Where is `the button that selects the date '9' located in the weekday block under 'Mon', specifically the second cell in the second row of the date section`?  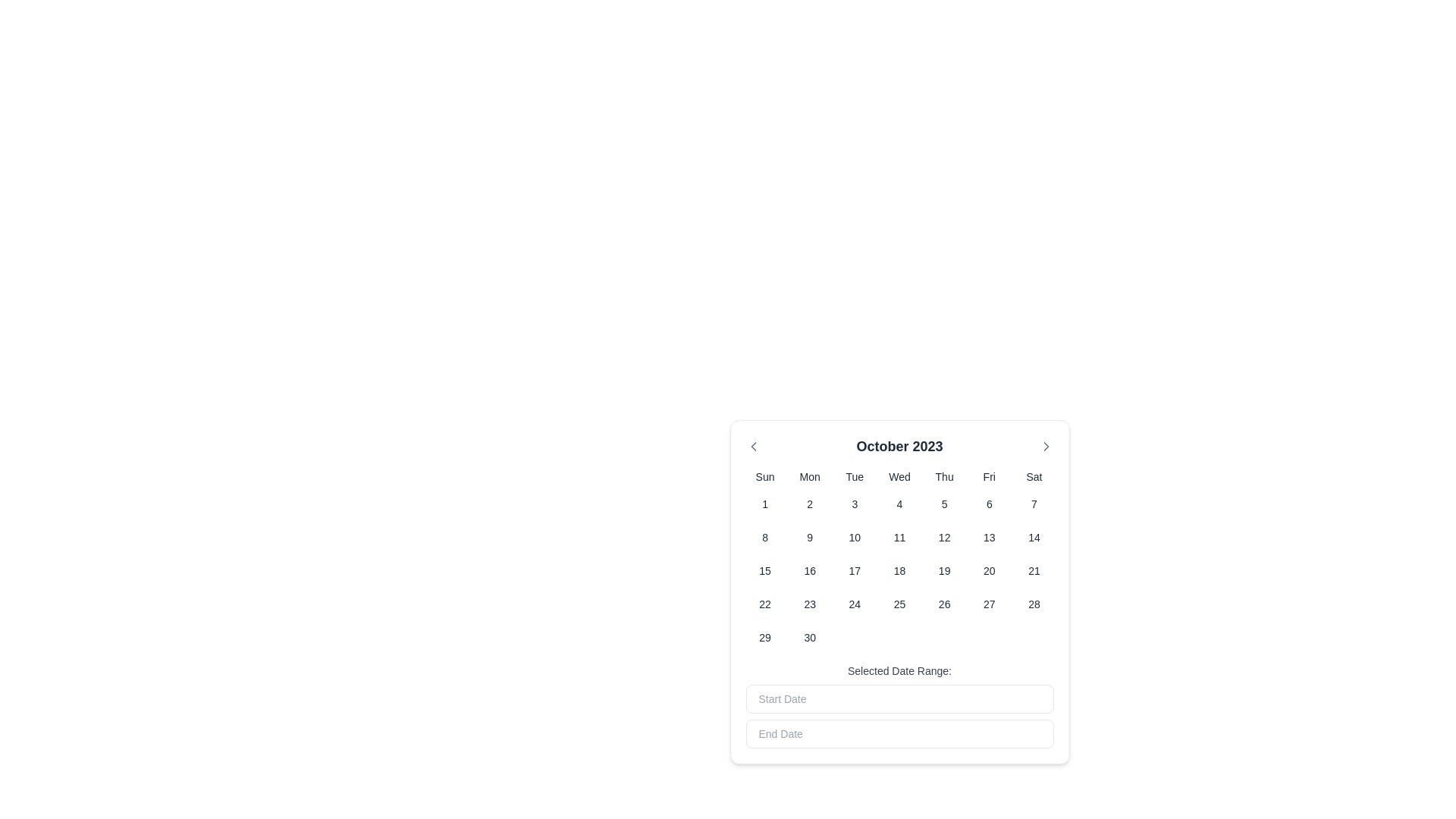
the button that selects the date '9' located in the weekday block under 'Mon', specifically the second cell in the second row of the date section is located at coordinates (809, 537).